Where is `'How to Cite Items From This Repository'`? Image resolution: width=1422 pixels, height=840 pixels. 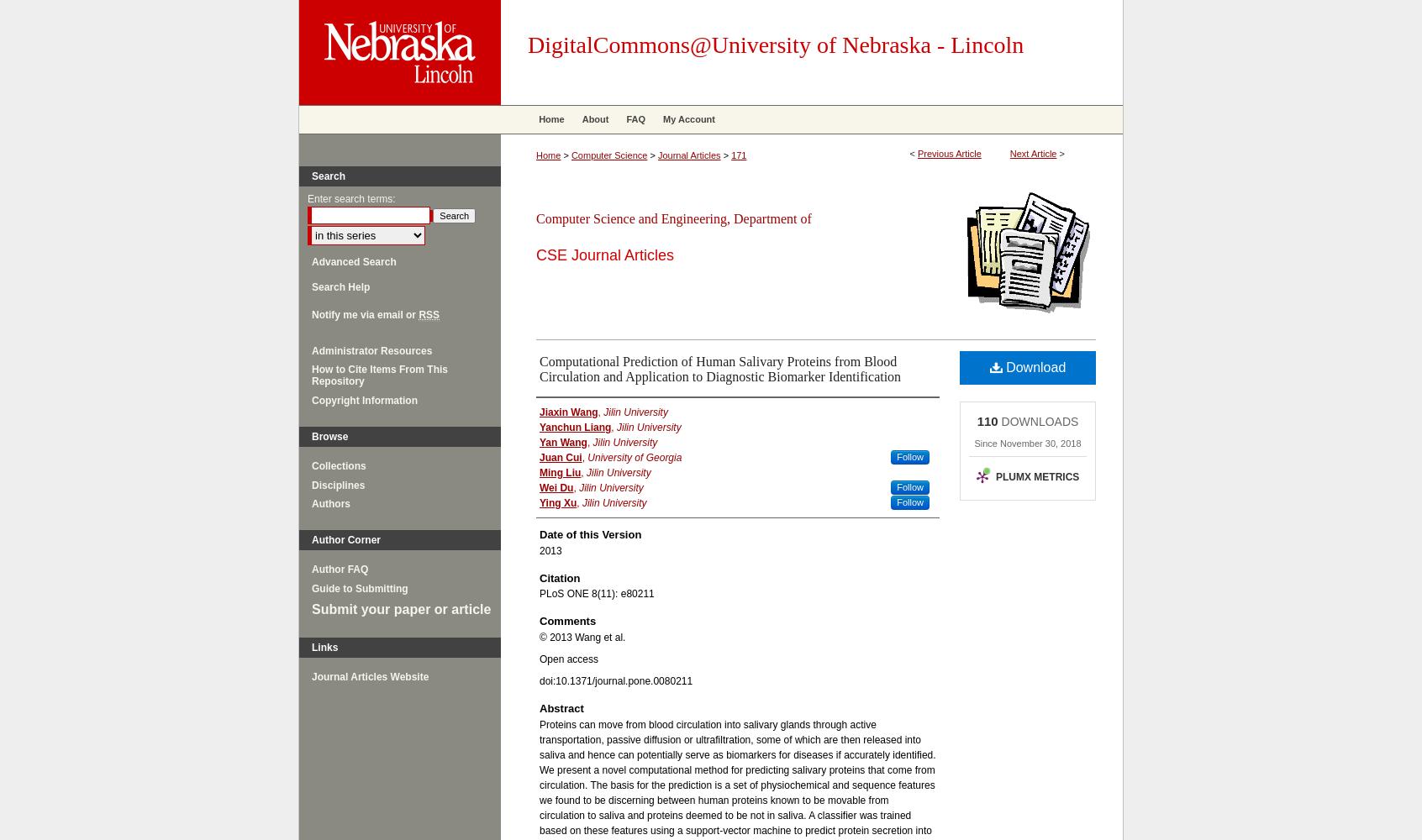
'How to Cite Items From This Repository' is located at coordinates (378, 374).